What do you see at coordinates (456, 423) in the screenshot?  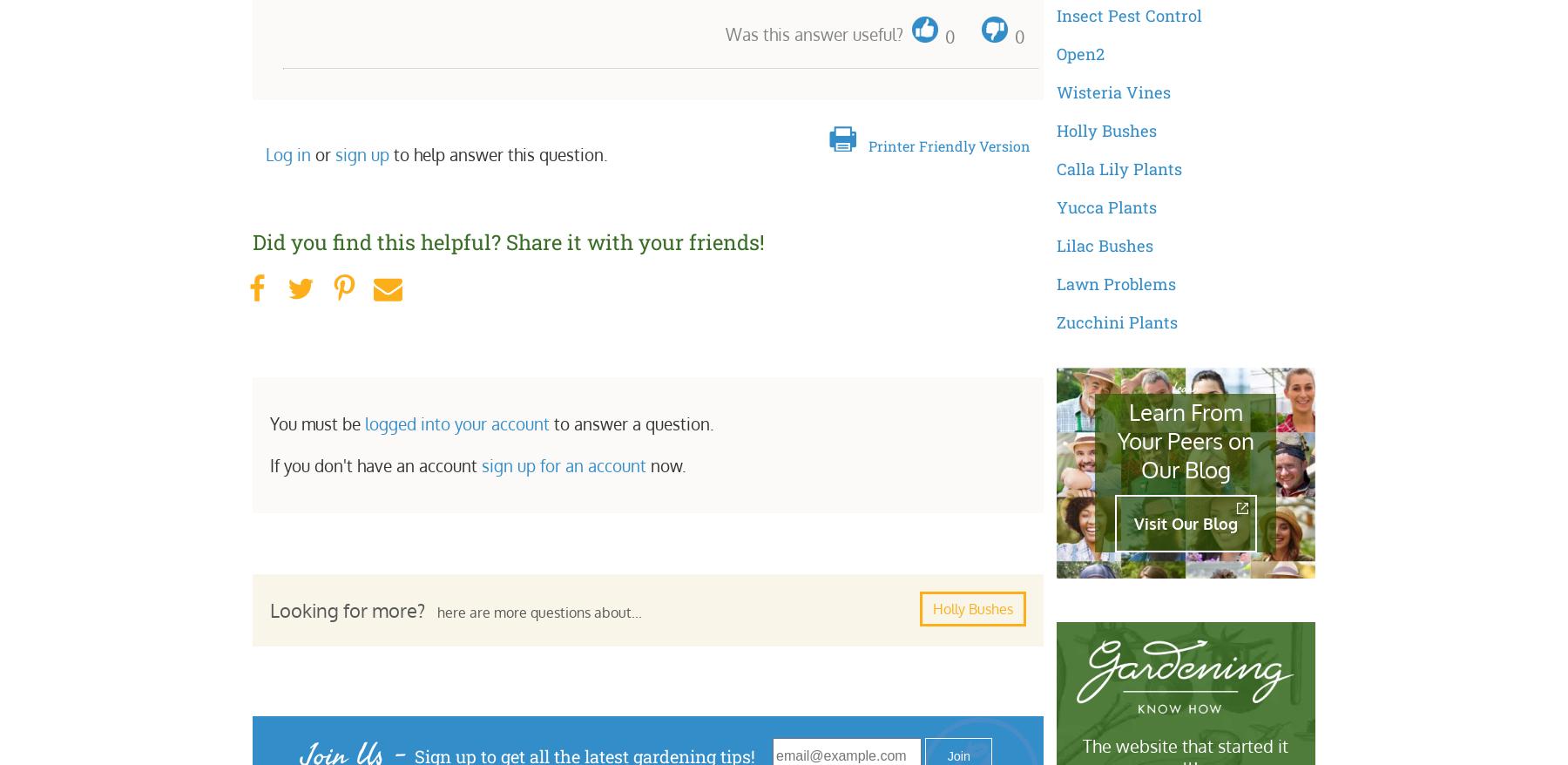 I see `'logged into your account'` at bounding box center [456, 423].